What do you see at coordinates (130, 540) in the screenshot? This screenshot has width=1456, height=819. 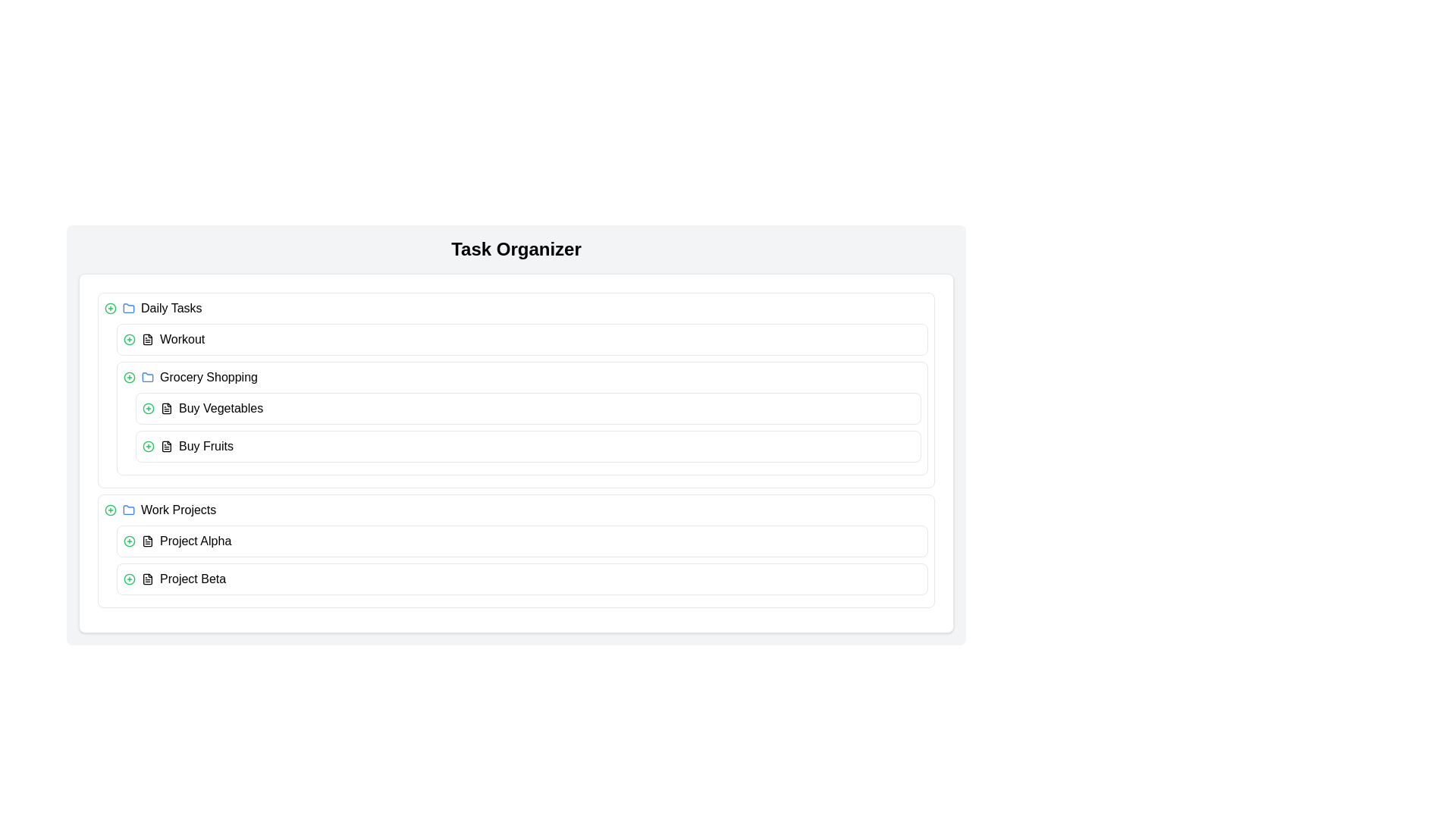 I see `the circular plus icon with a green outline associated with 'Project Alpha' under the 'Work Projects' category` at bounding box center [130, 540].